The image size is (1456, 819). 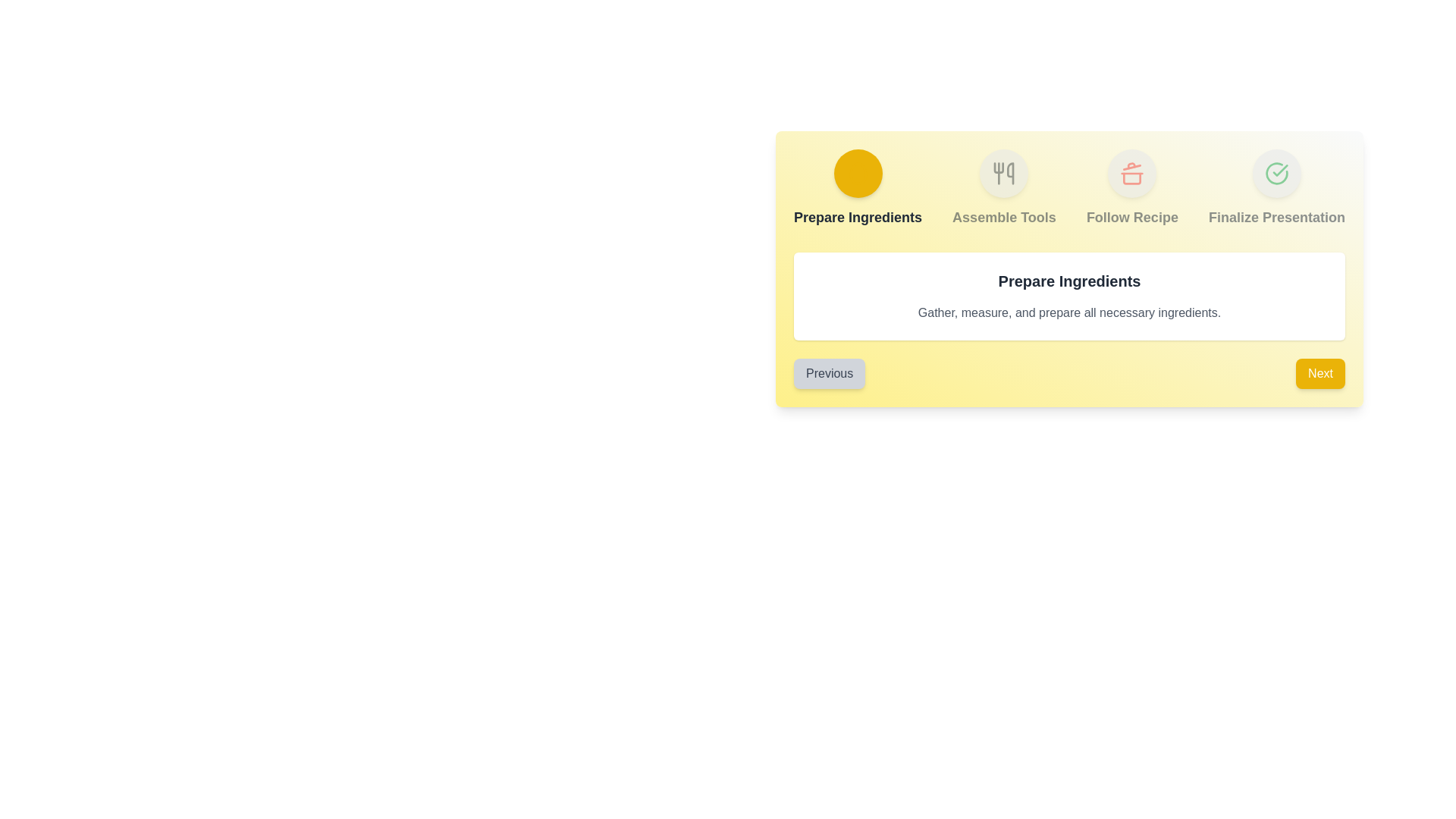 What do you see at coordinates (1004, 188) in the screenshot?
I see `the 'Assemble Tools' icon with text label` at bounding box center [1004, 188].